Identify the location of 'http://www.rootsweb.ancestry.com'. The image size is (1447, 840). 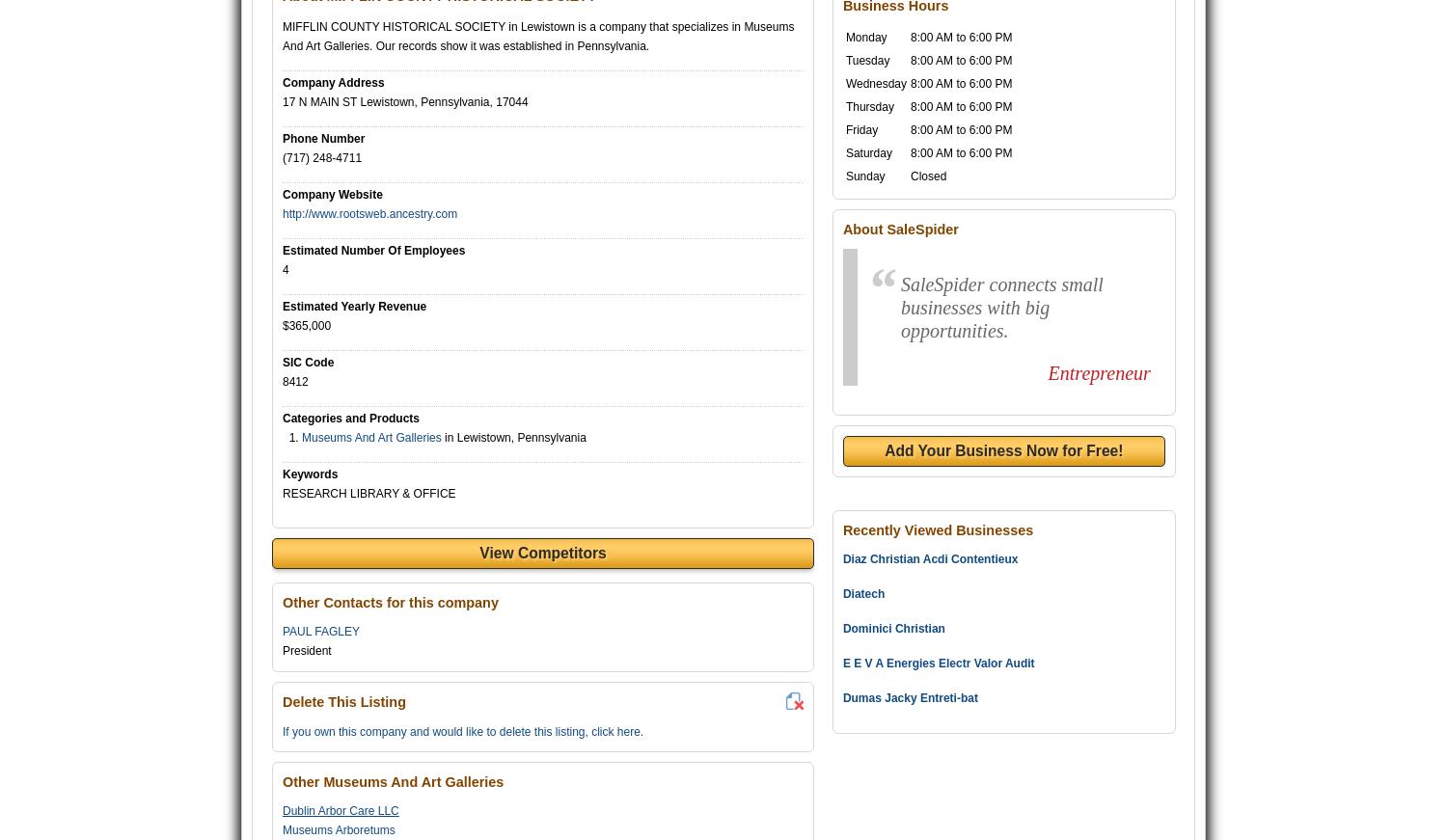
(369, 214).